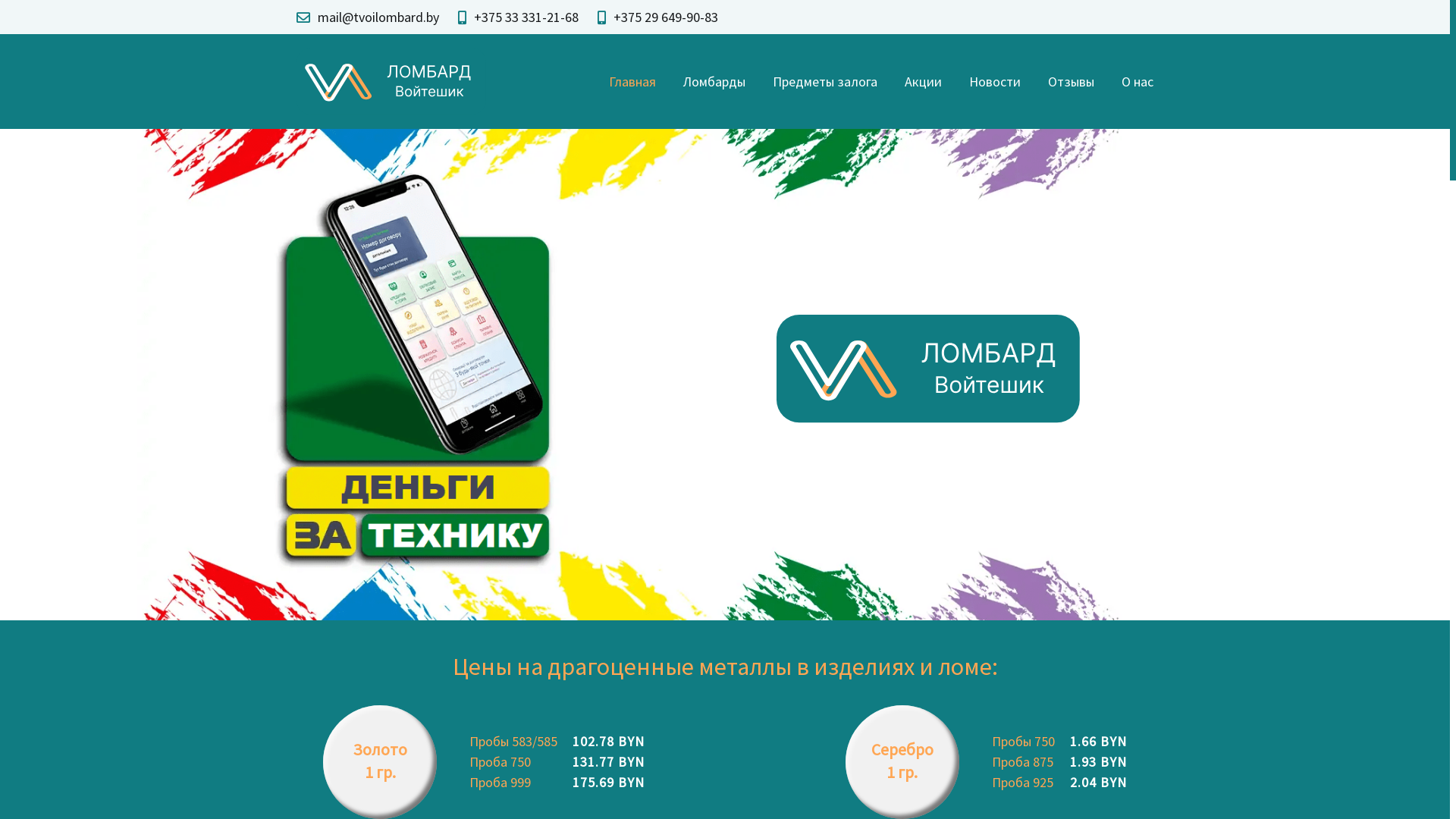 The height and width of the screenshot is (819, 1456). Describe the element at coordinates (378, 17) in the screenshot. I see `'mail@tvoilombard.by'` at that location.